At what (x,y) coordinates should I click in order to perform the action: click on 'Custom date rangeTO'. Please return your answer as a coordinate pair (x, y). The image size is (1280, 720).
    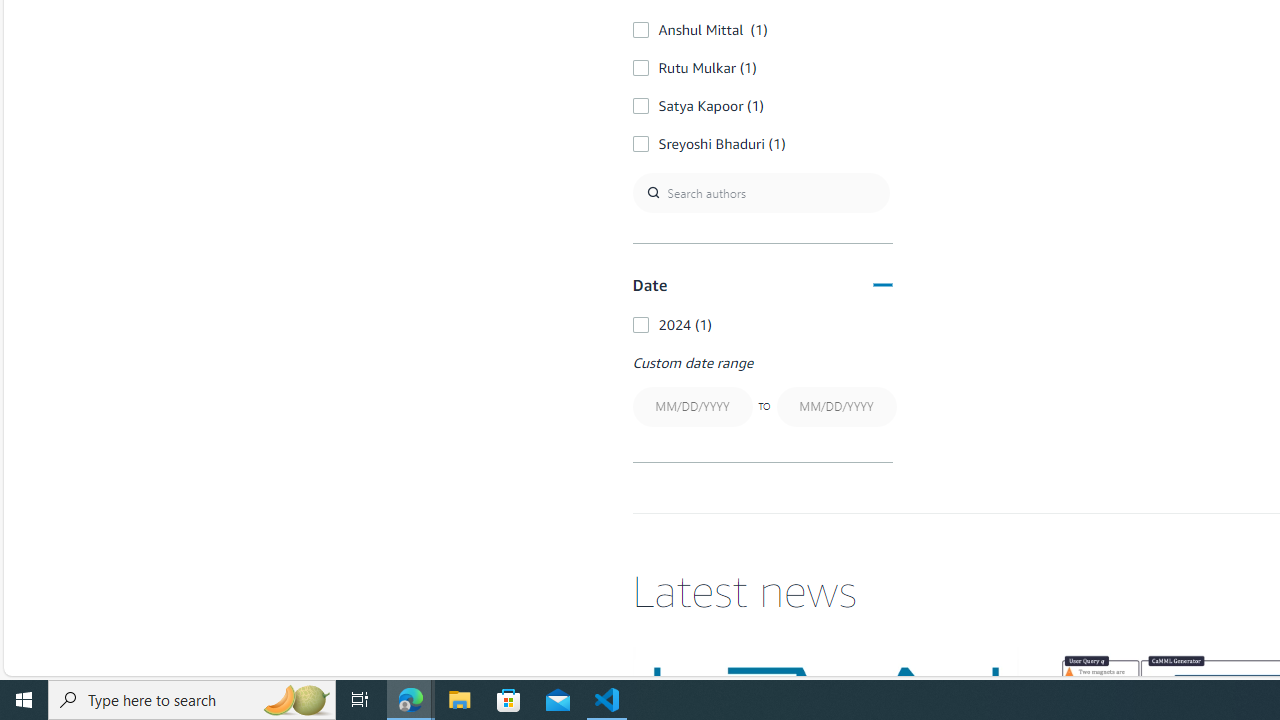
    Looking at the image, I should click on (761, 392).